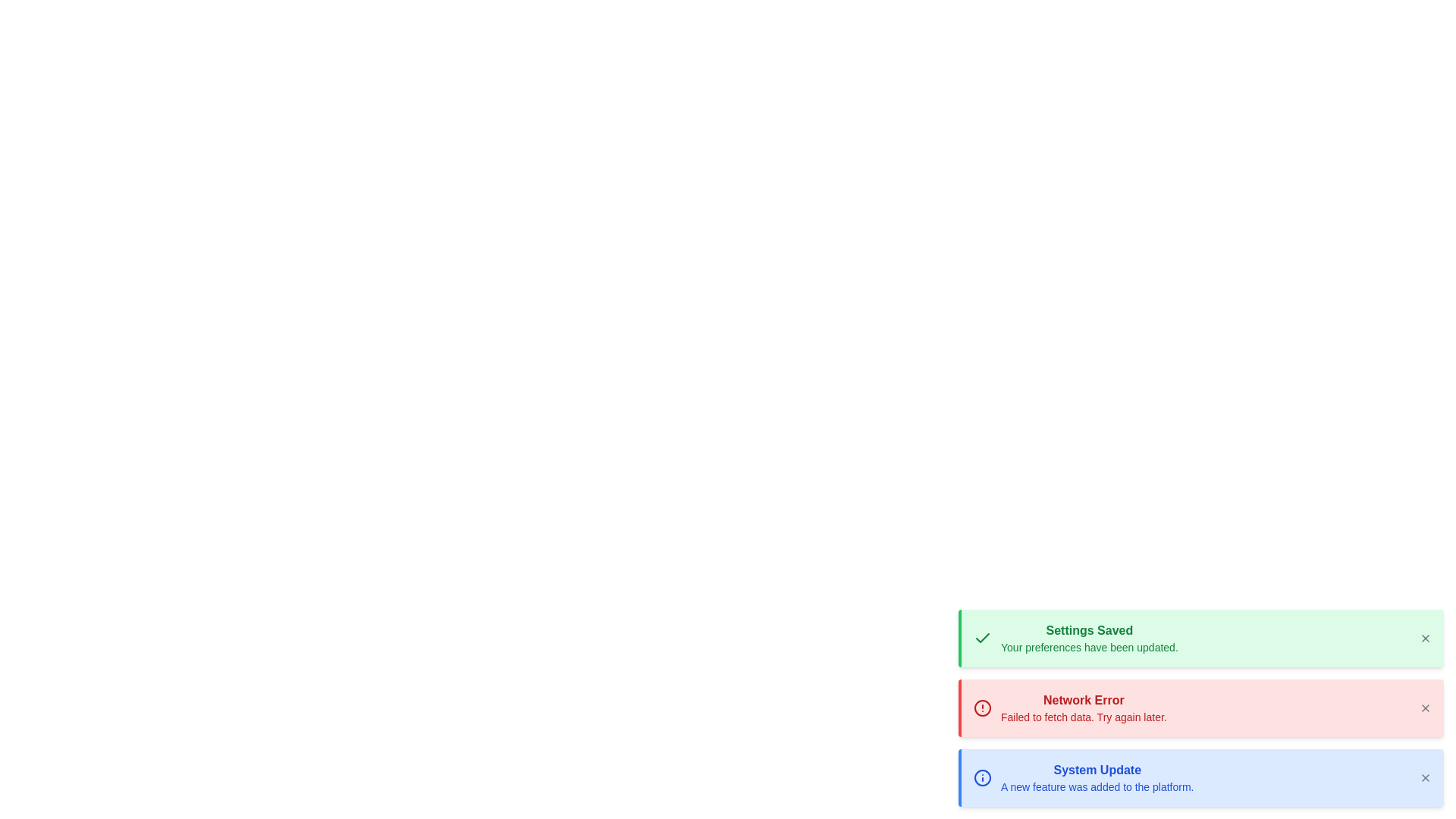  I want to click on text label displaying 'System Update' in bold blue font, located in the notification section at the bottom of the interface, so click(1097, 770).